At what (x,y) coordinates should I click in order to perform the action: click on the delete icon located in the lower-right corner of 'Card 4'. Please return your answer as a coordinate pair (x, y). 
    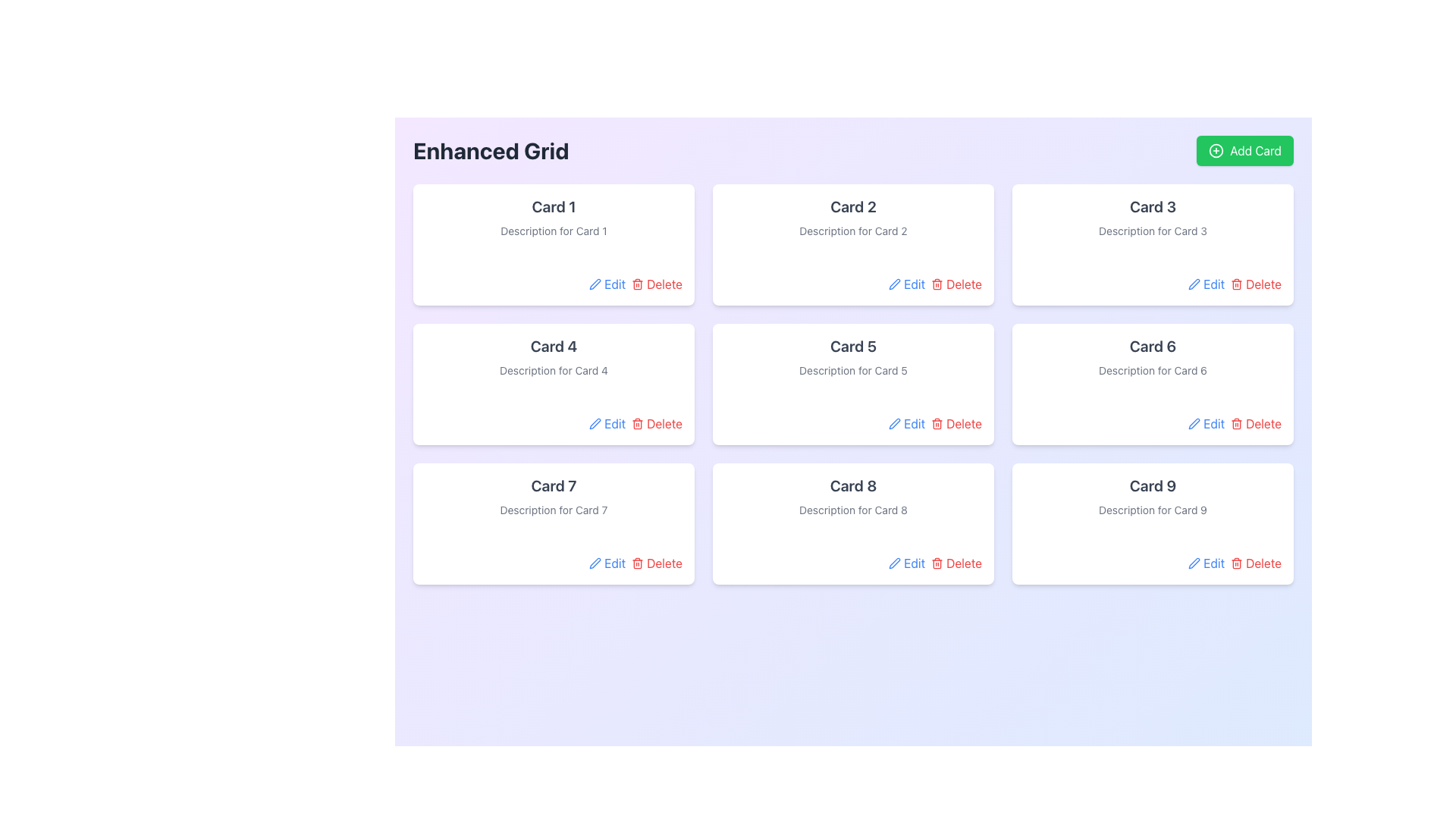
    Looking at the image, I should click on (638, 424).